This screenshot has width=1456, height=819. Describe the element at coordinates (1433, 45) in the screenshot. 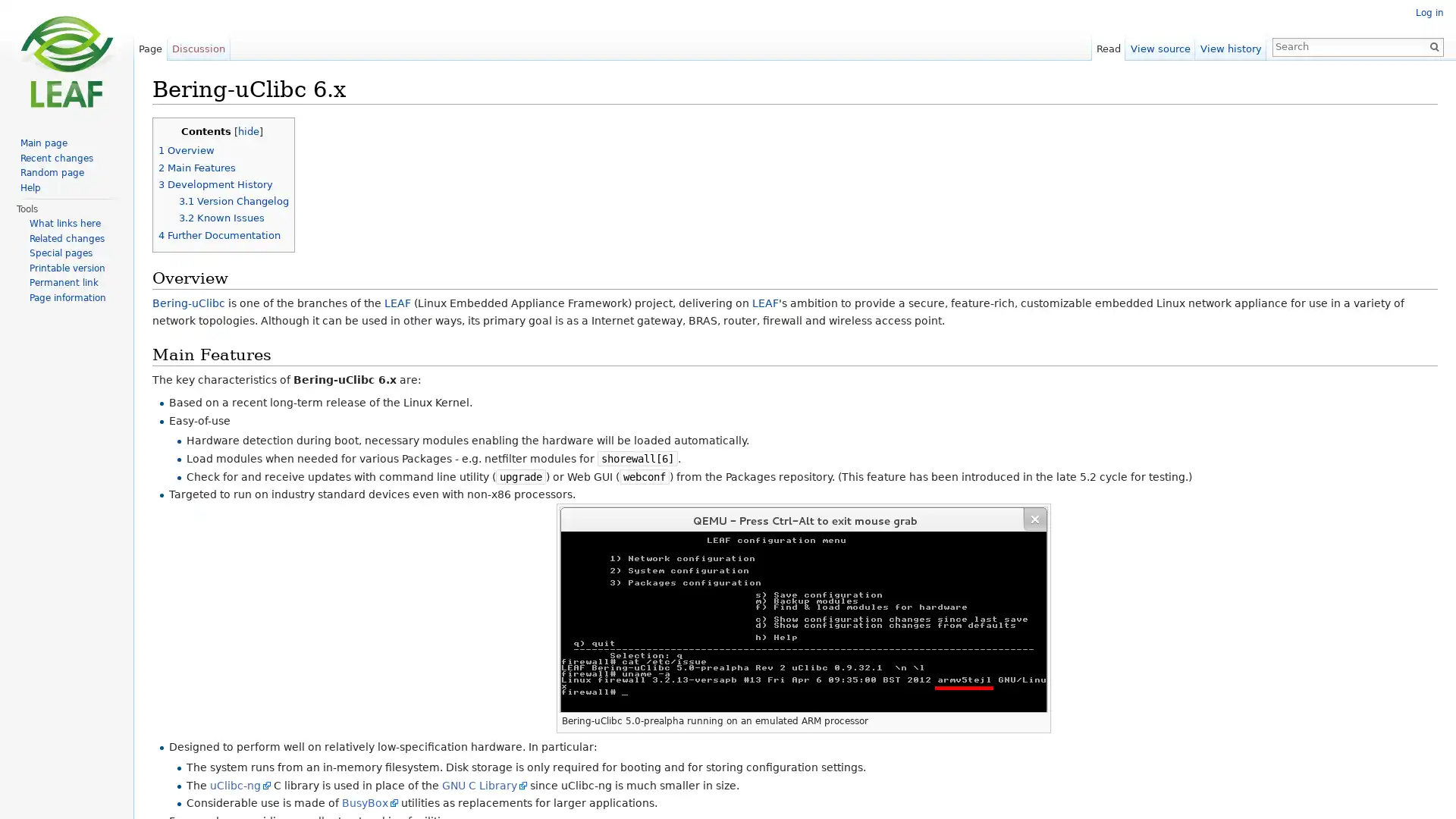

I see `Go` at that location.